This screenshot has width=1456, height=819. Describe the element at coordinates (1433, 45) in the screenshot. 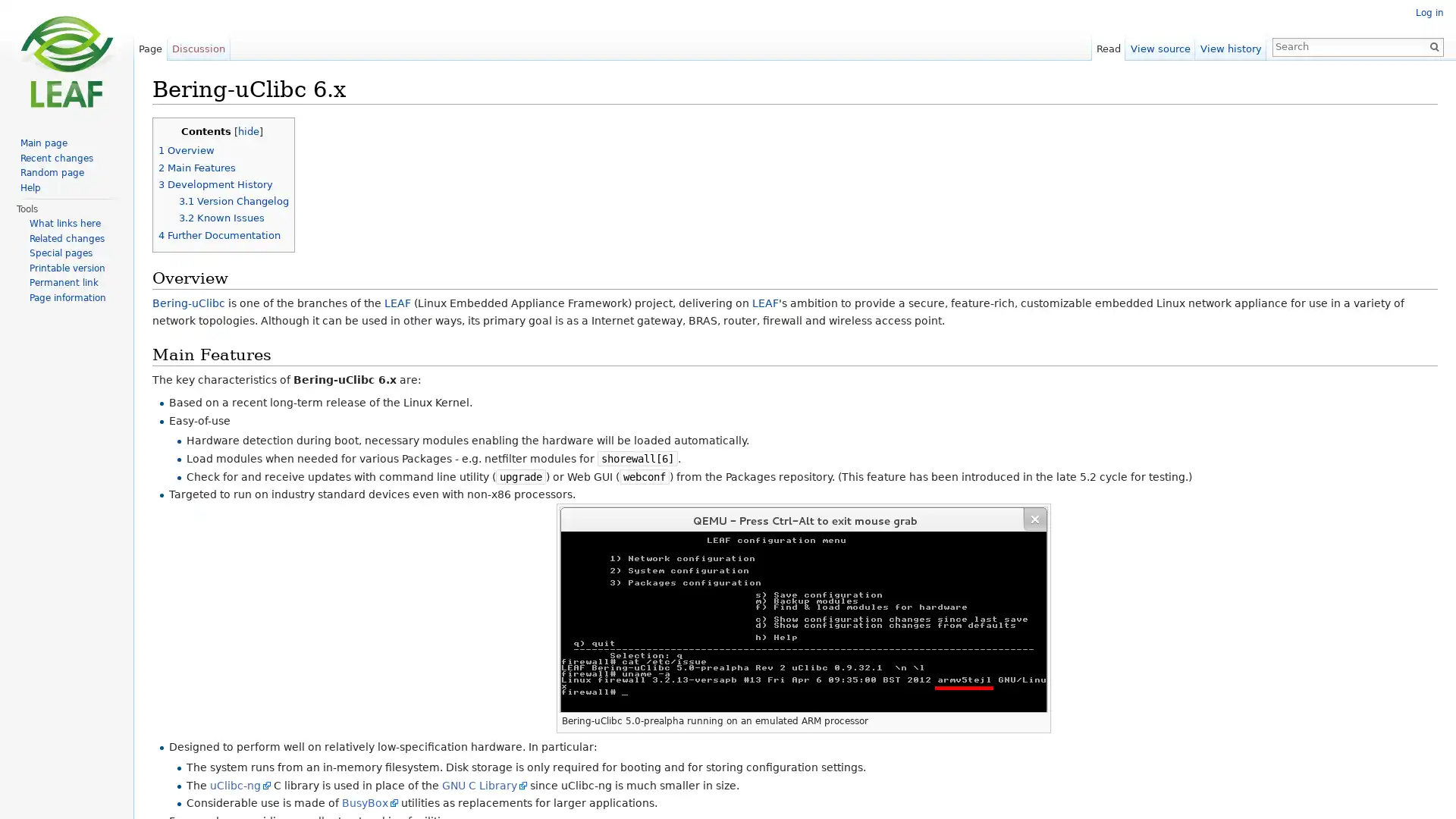

I see `Go` at that location.